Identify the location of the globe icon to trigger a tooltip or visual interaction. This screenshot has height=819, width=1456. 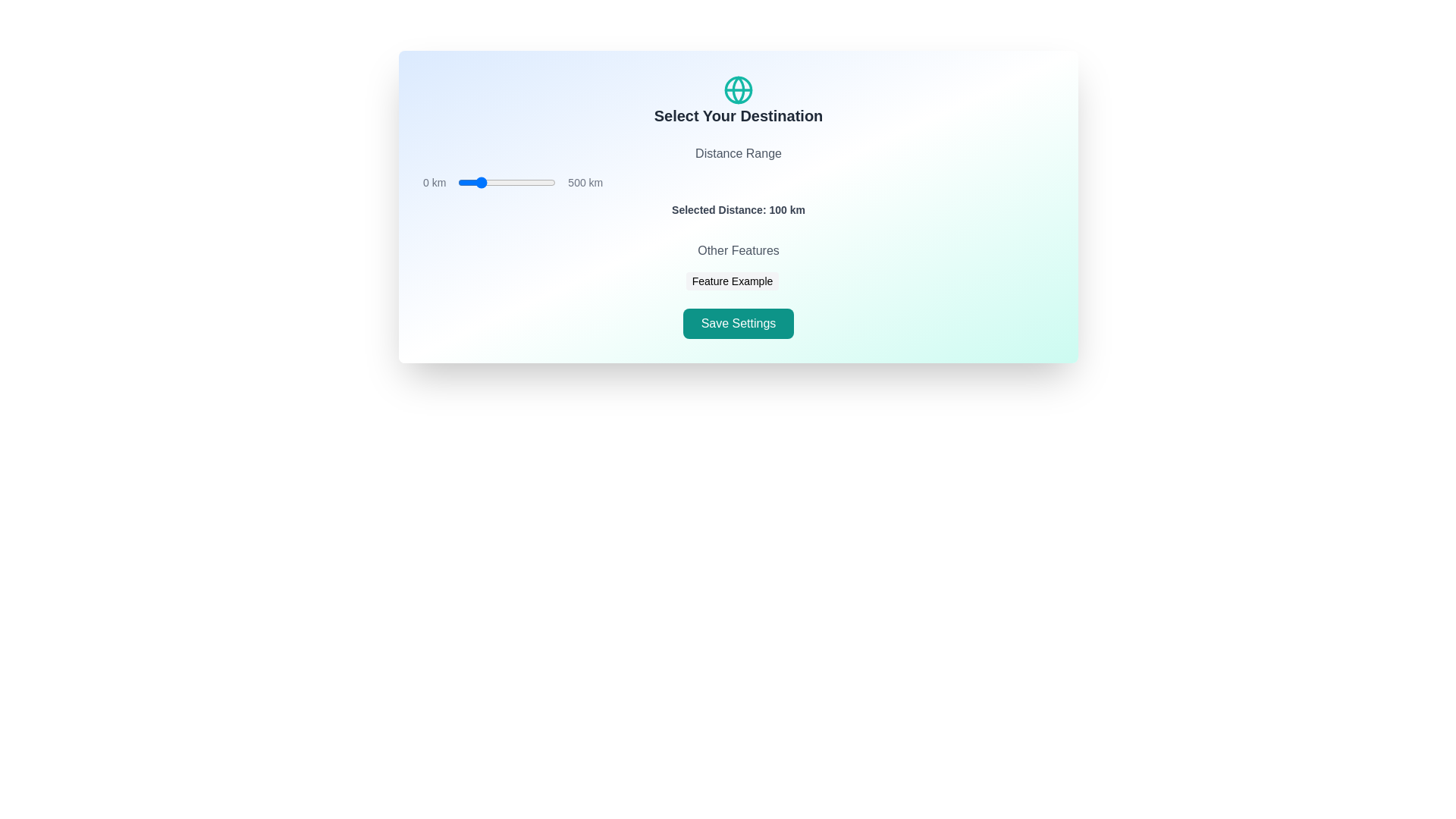
(739, 90).